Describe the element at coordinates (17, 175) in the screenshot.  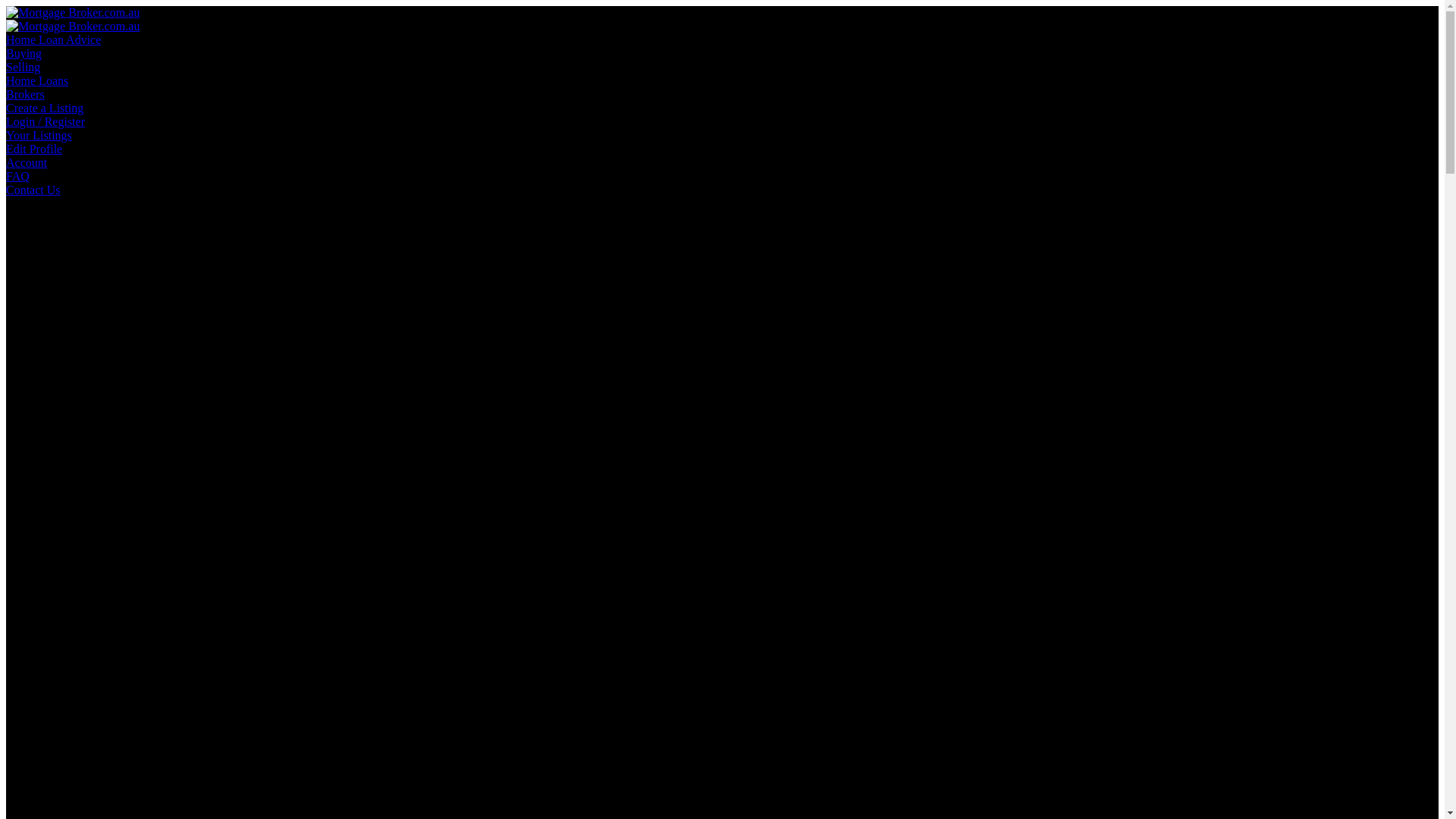
I see `'FAQ'` at that location.